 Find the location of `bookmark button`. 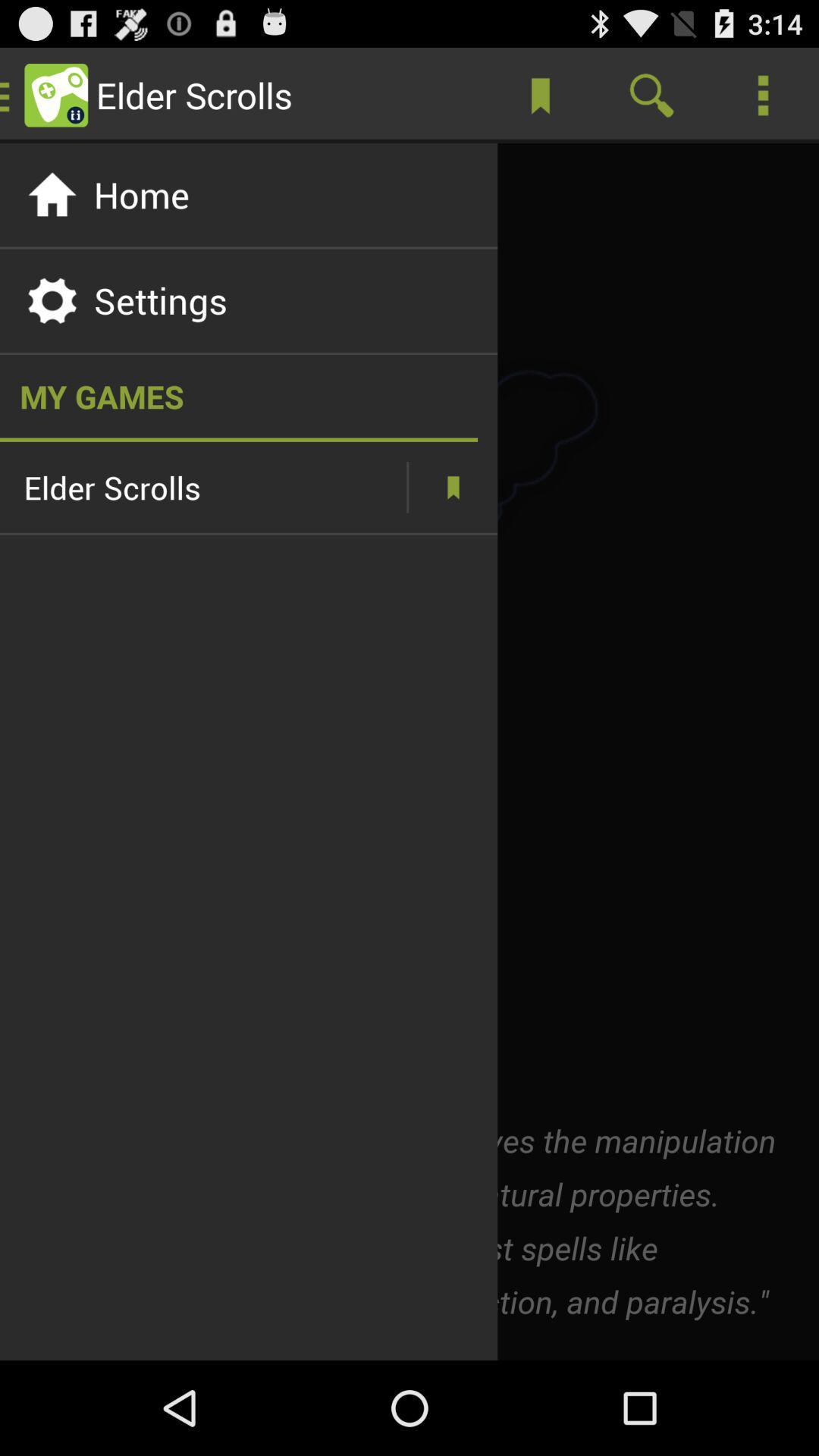

bookmark button is located at coordinates (452, 487).